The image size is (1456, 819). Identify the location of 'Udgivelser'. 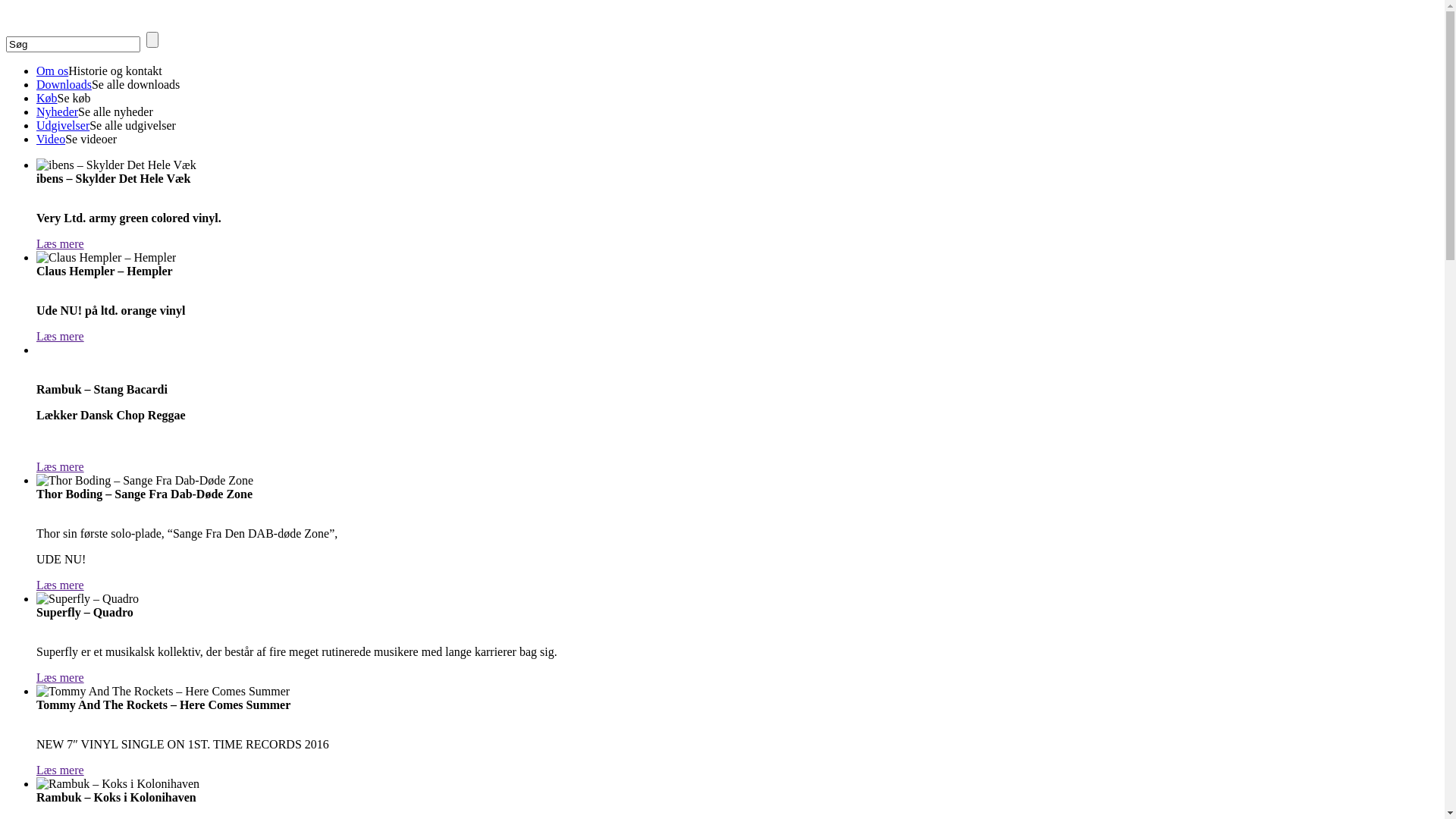
(36, 124).